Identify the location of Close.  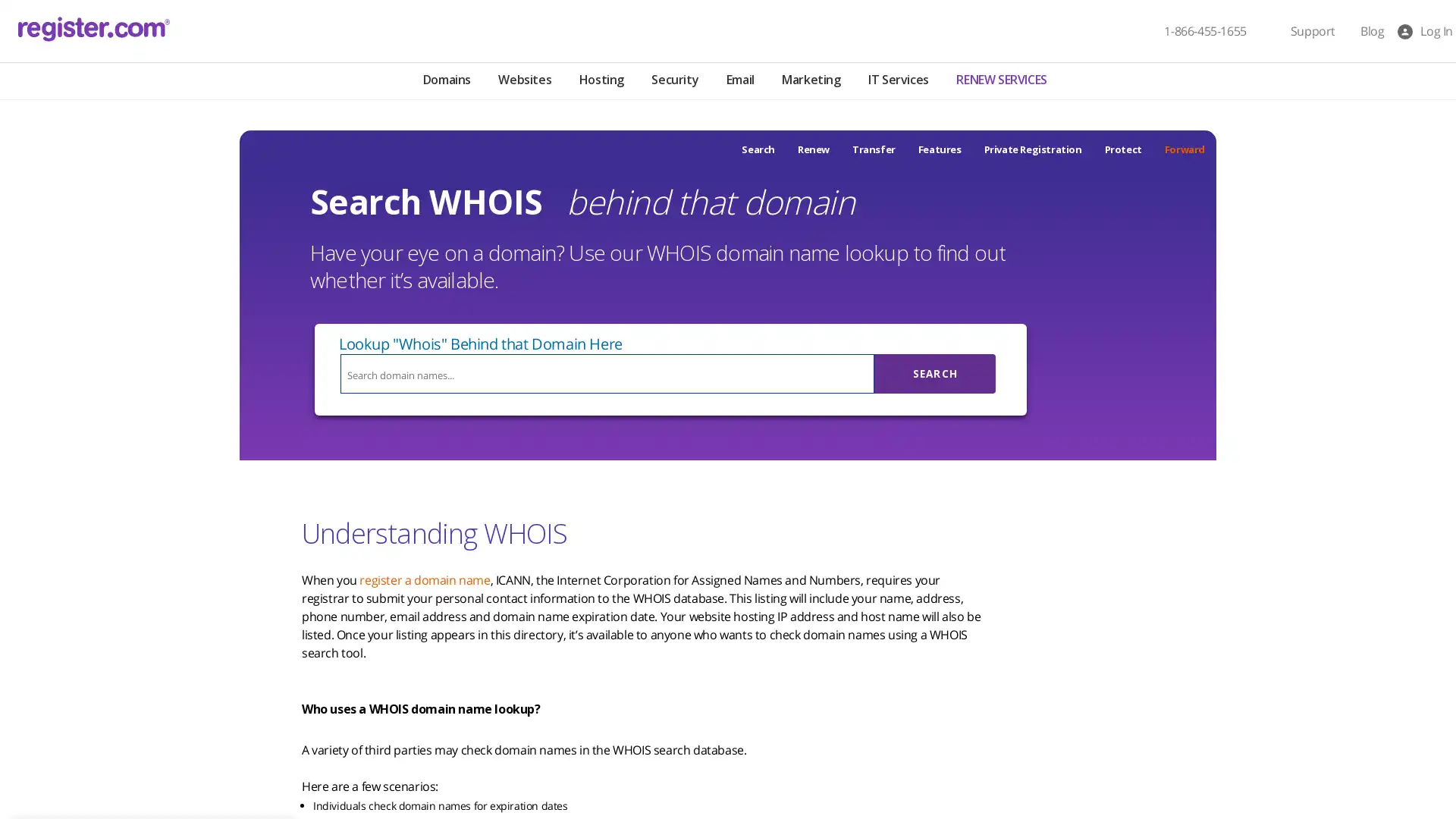
(277, 610).